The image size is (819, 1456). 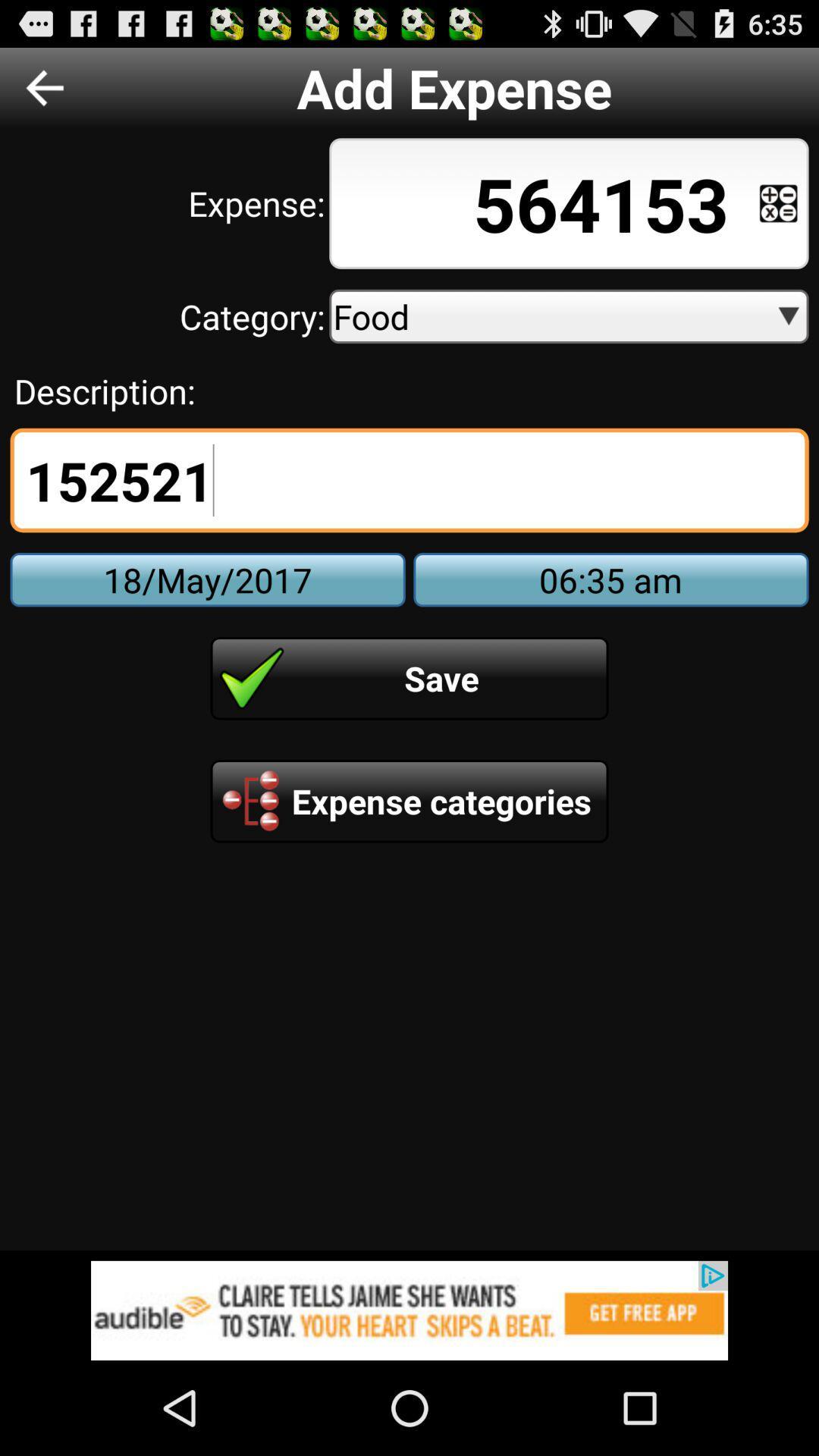 What do you see at coordinates (44, 86) in the screenshot?
I see `back button` at bounding box center [44, 86].